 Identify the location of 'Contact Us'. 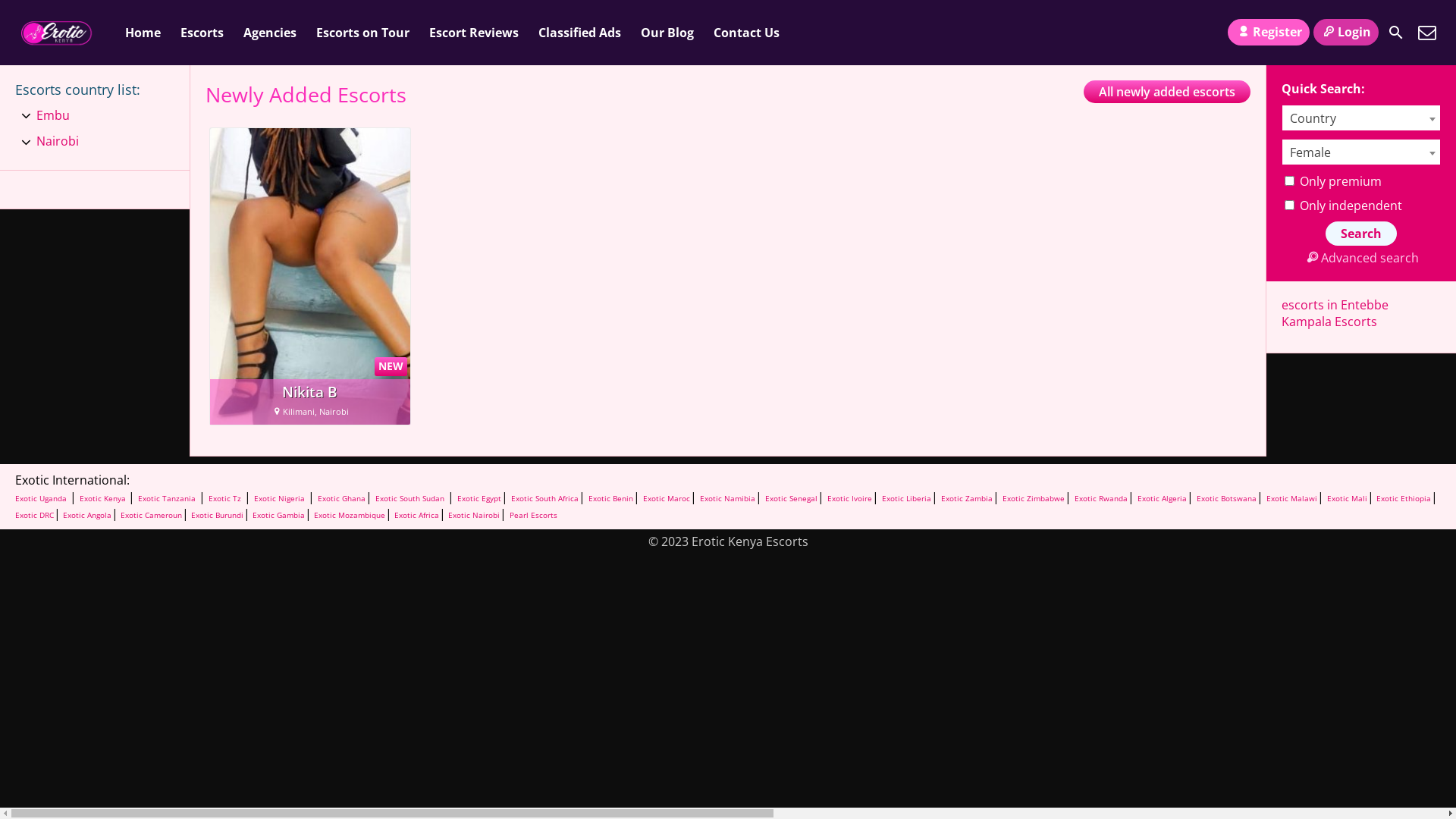
(746, 33).